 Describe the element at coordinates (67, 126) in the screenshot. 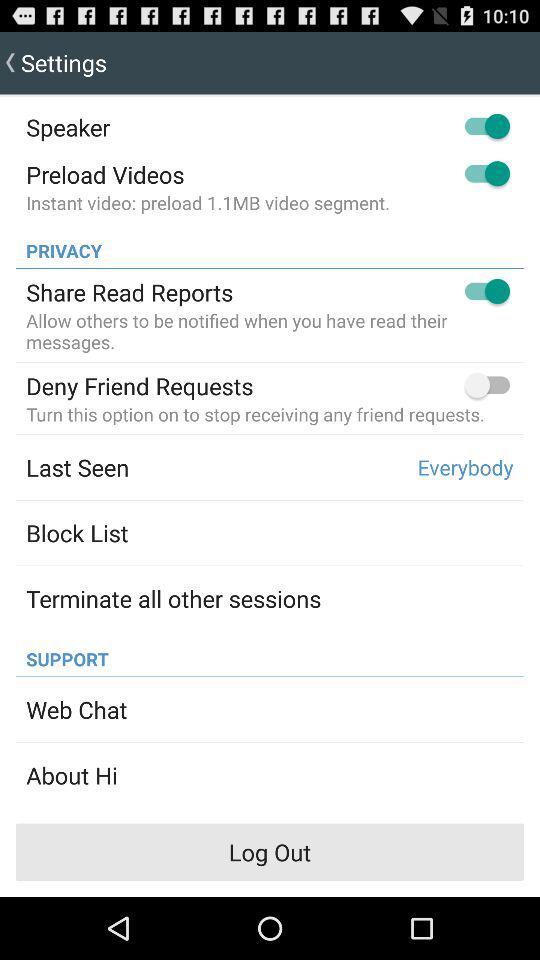

I see `the speaker app` at that location.